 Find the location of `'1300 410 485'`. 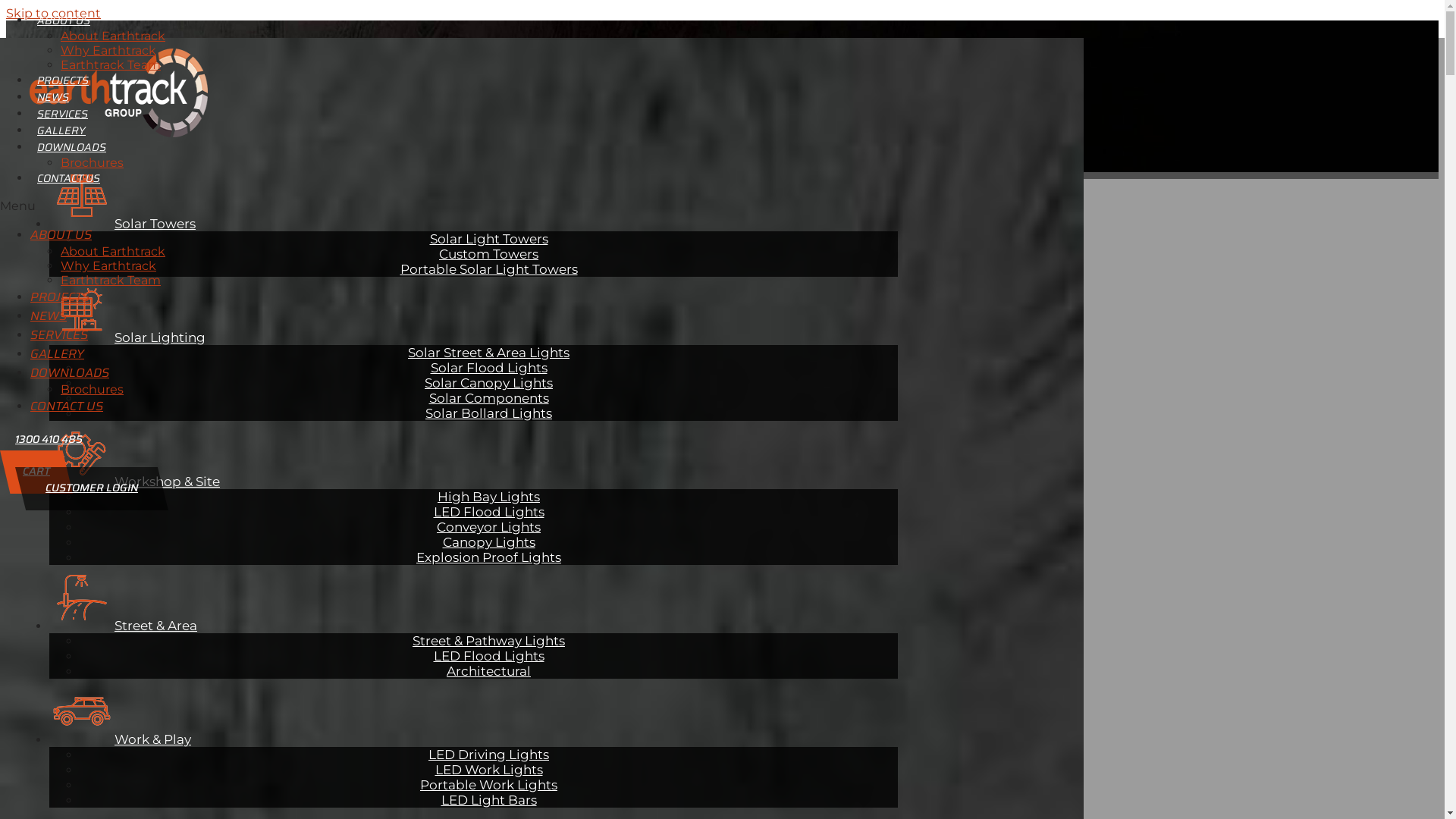

'1300 410 485' is located at coordinates (49, 438).